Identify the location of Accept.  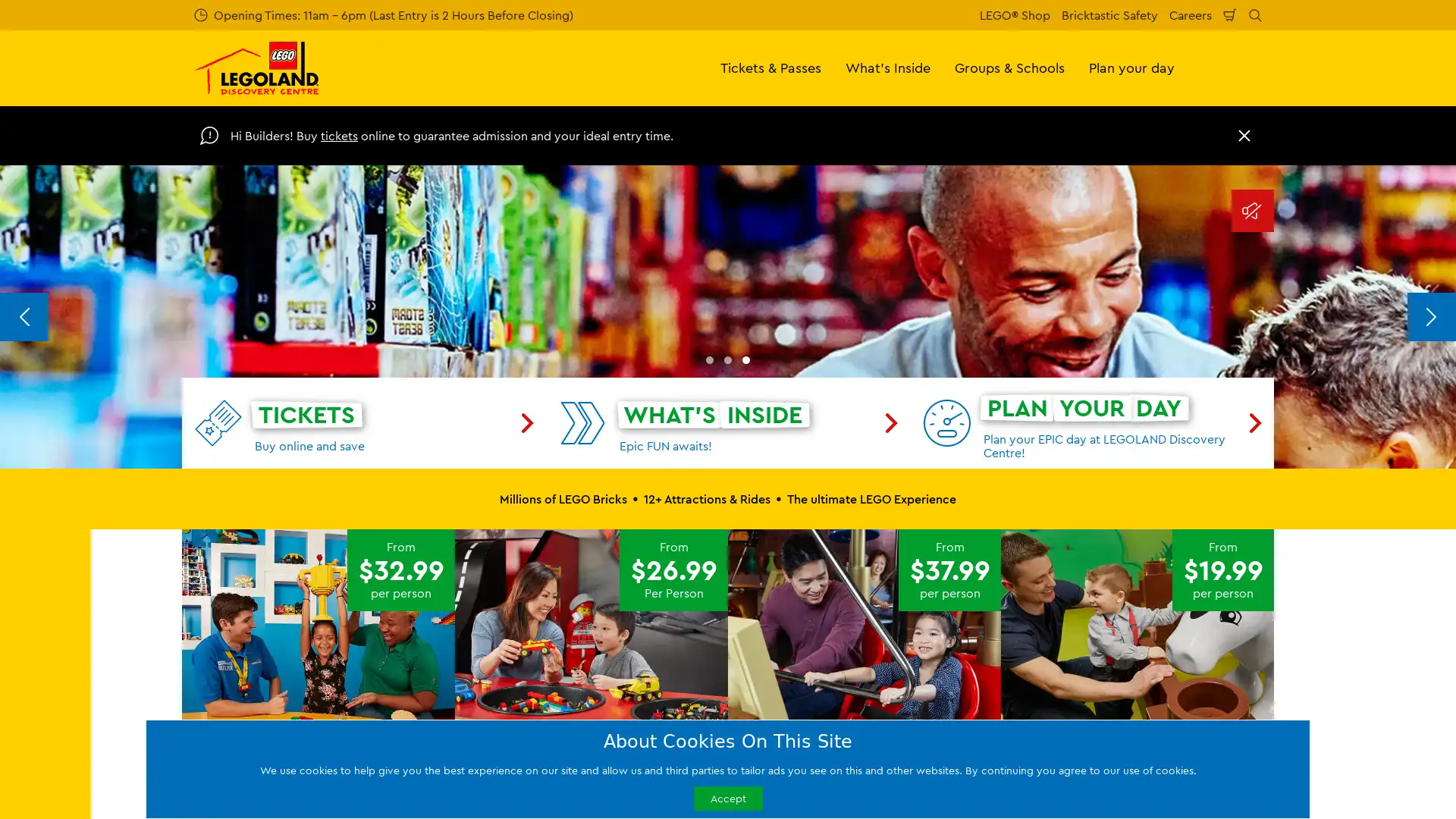
(726, 797).